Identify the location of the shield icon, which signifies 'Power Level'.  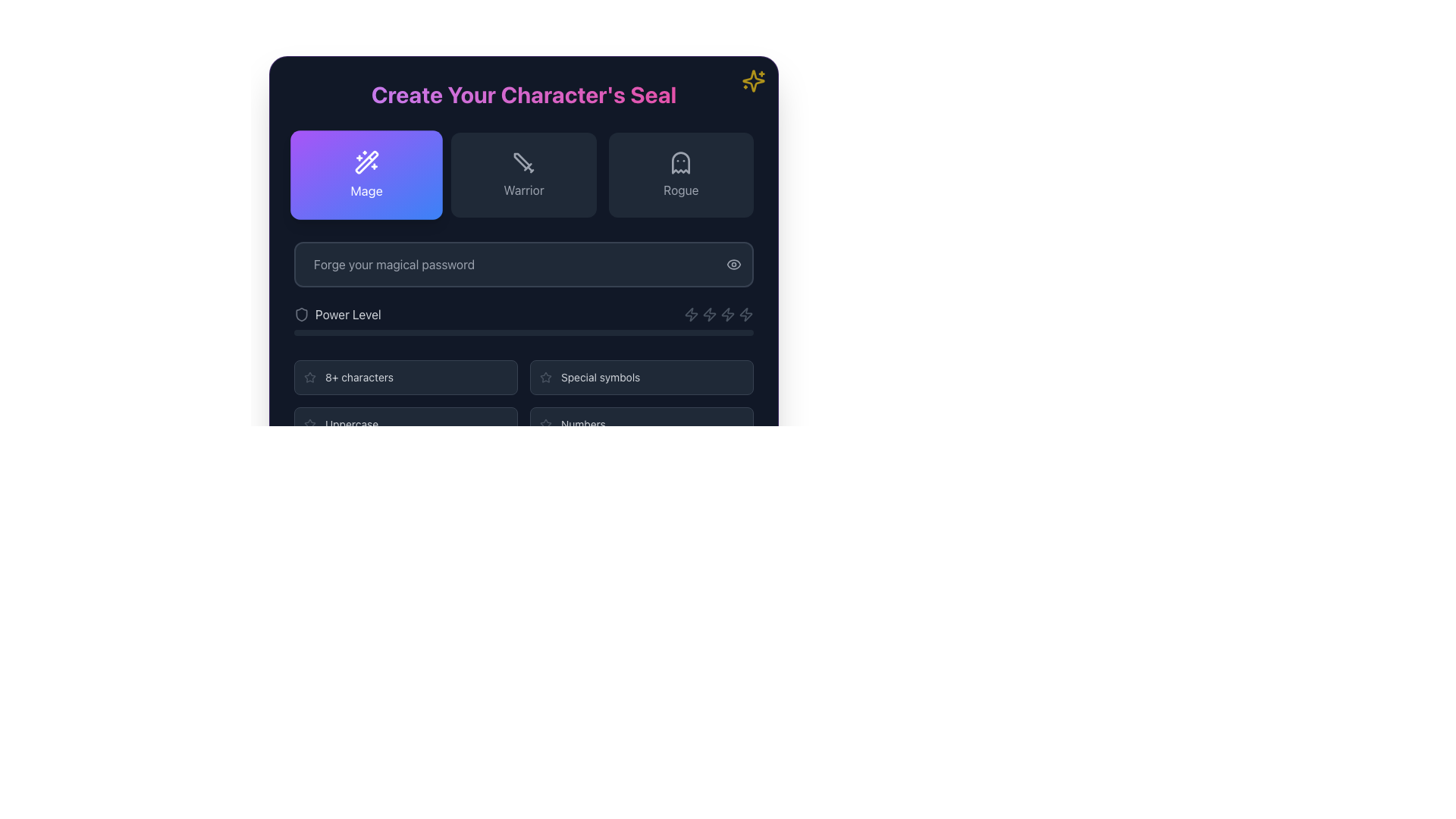
(302, 314).